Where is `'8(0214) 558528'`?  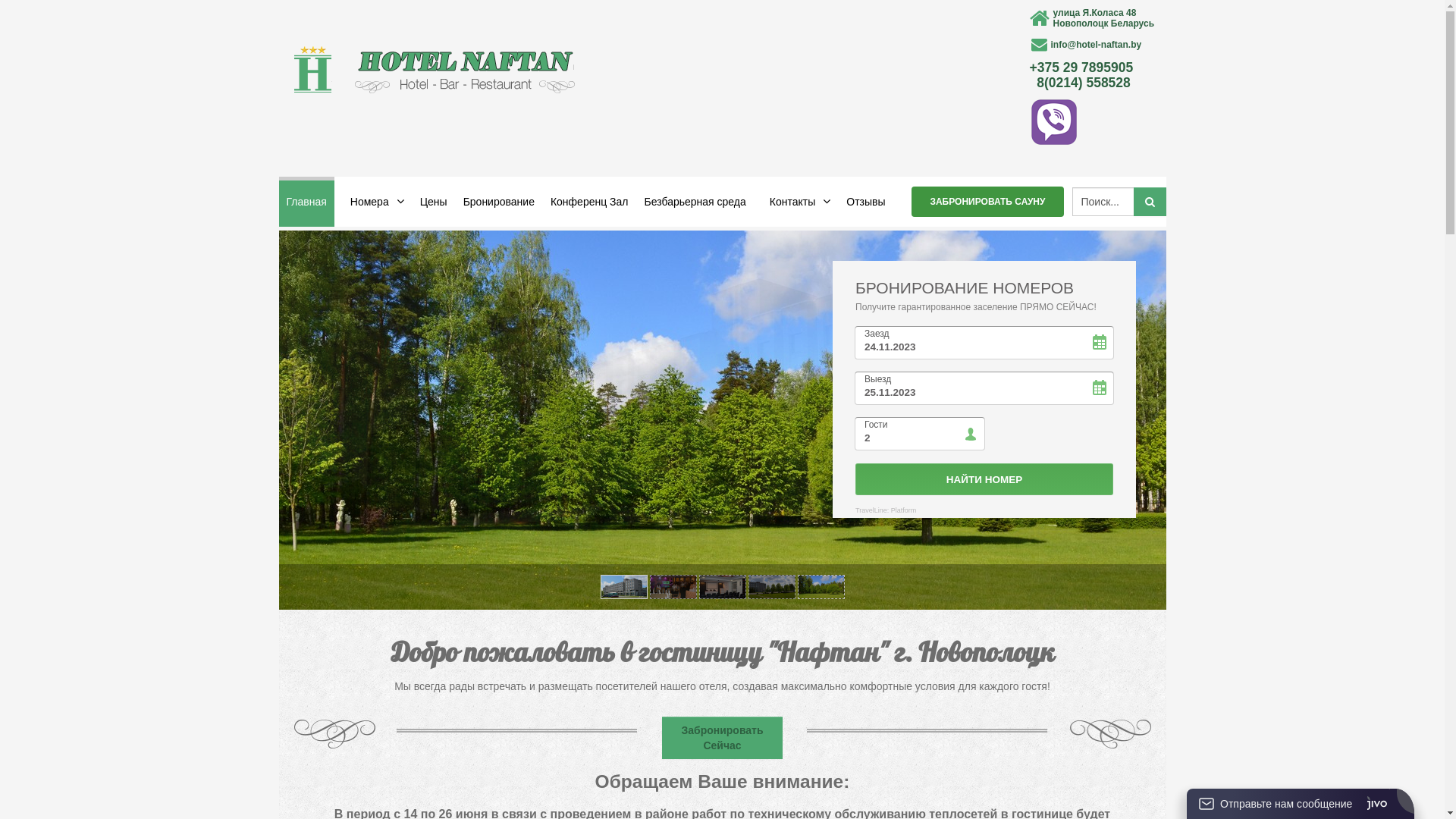 '8(0214) 558528' is located at coordinates (1036, 82).